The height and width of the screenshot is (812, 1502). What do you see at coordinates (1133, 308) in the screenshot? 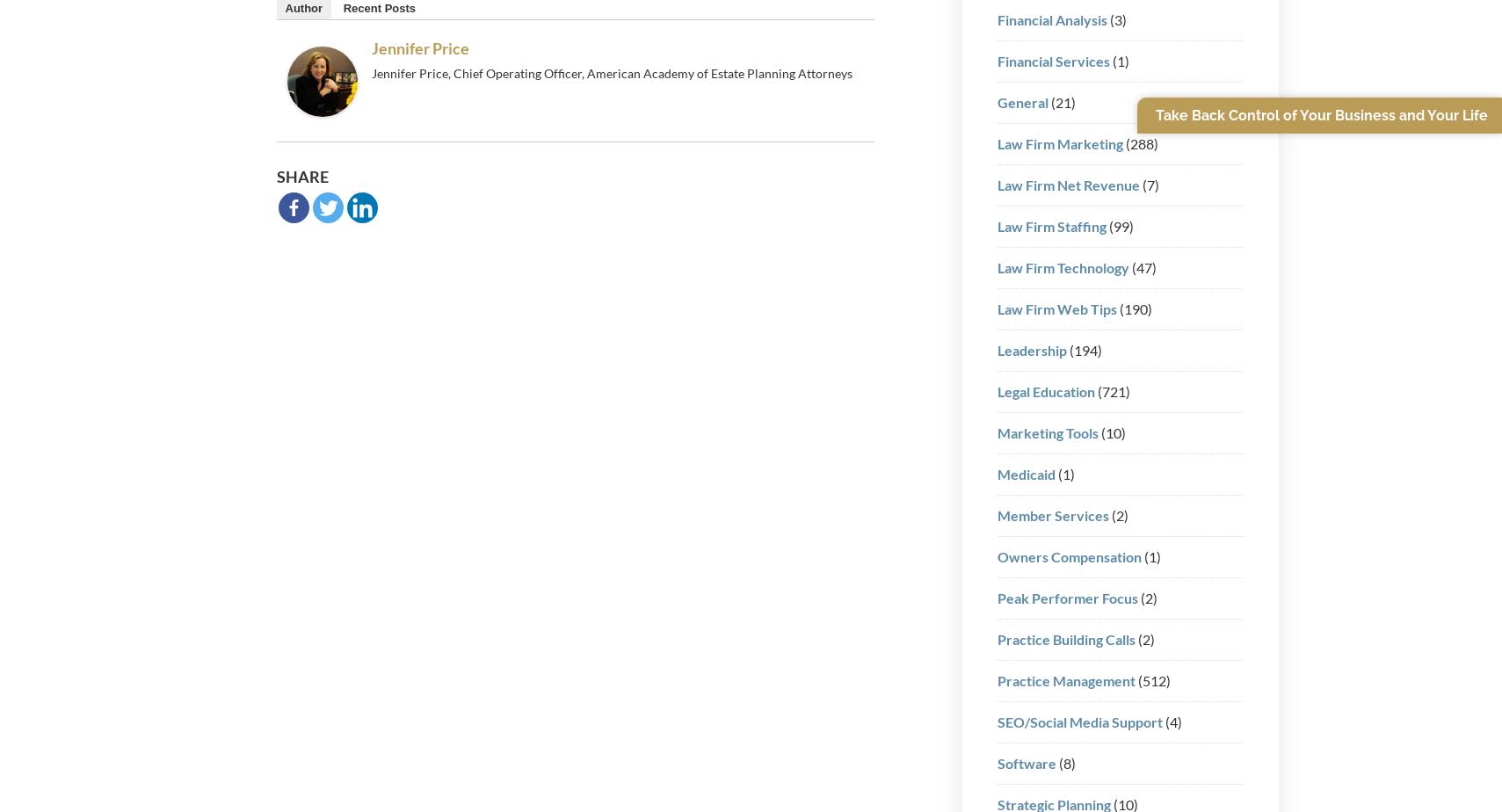
I see `'(190)'` at bounding box center [1133, 308].